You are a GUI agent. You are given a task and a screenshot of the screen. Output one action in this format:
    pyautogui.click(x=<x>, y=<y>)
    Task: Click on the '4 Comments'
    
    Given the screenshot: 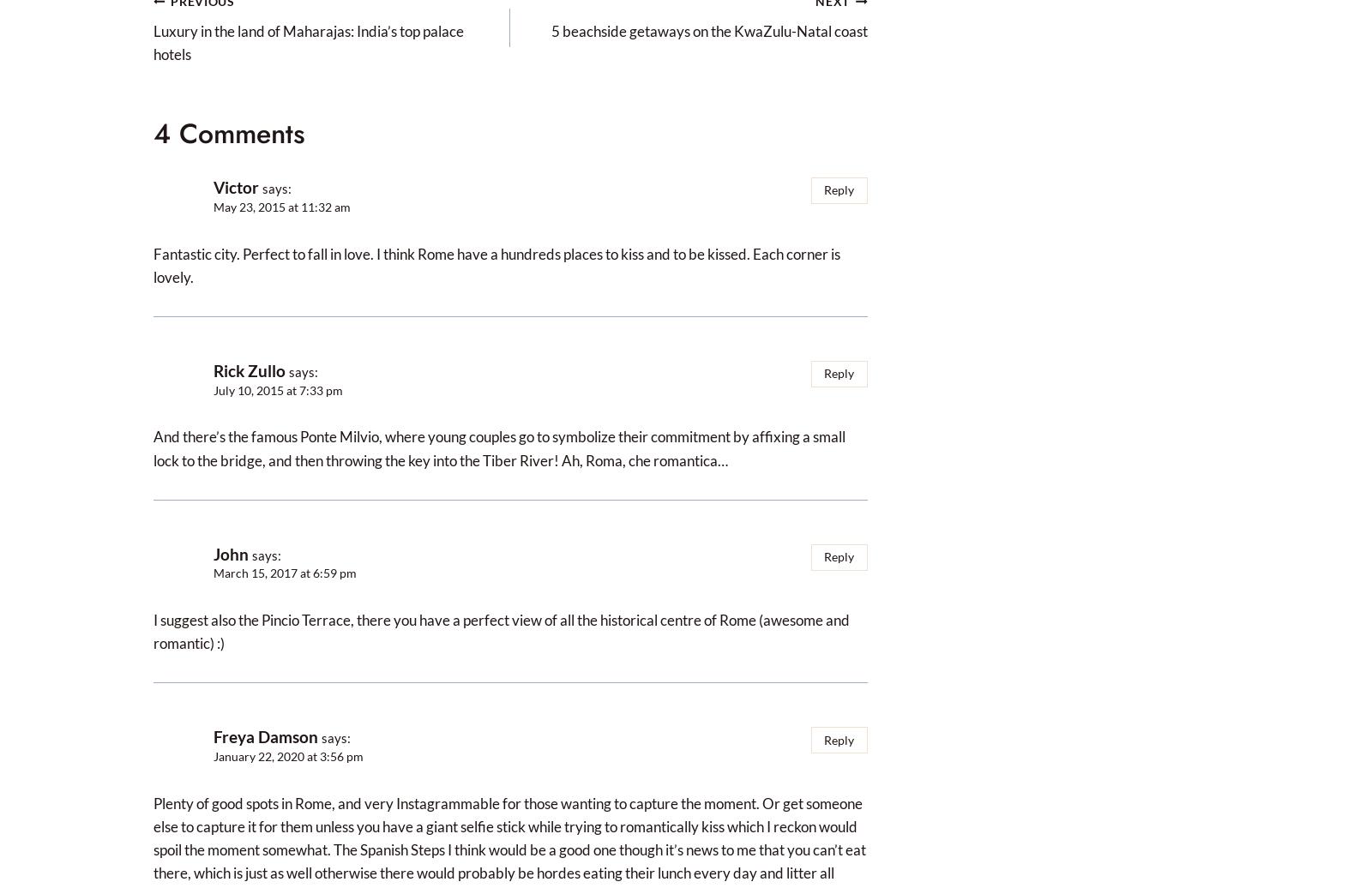 What is the action you would take?
    pyautogui.click(x=229, y=132)
    